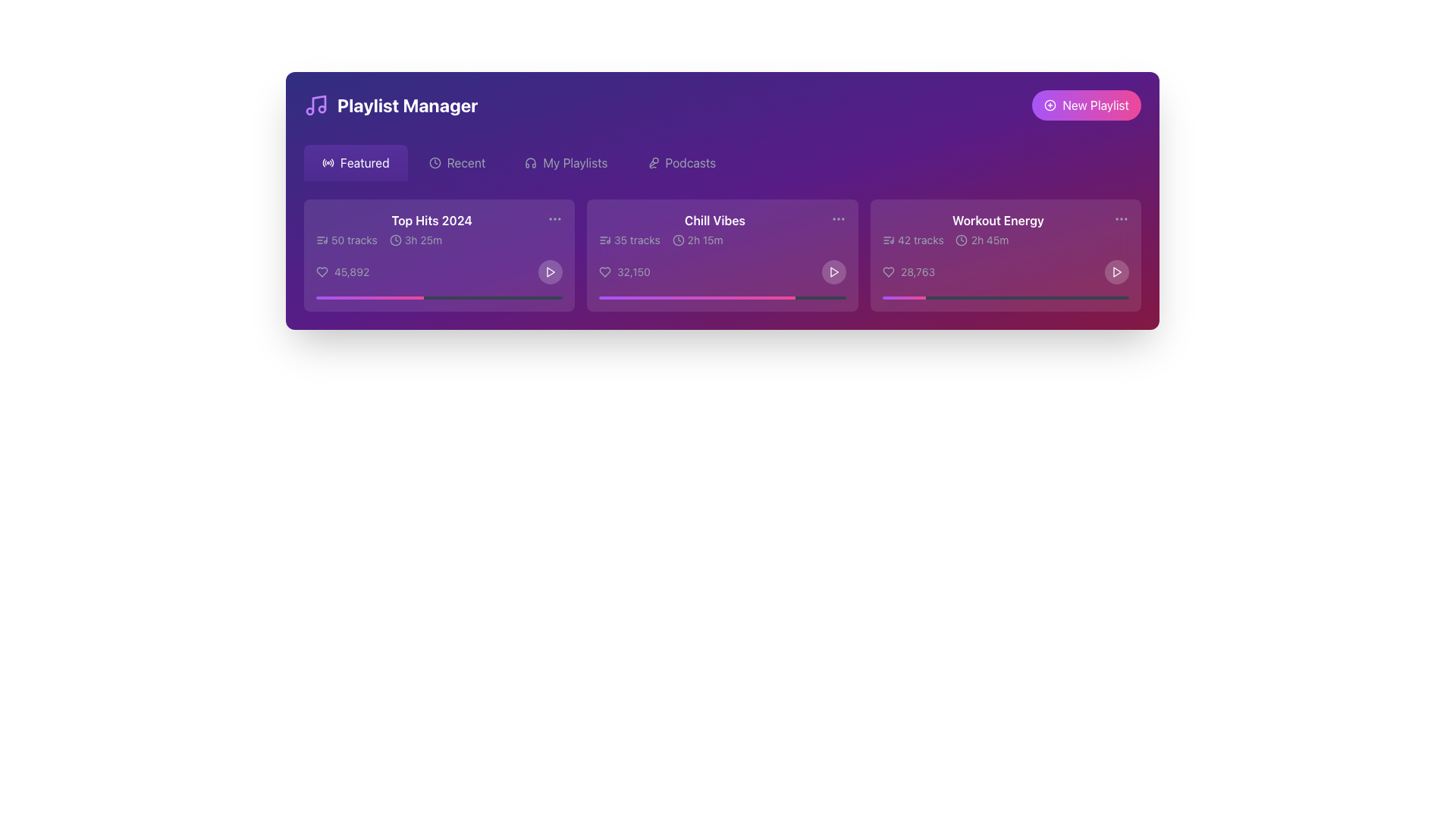  I want to click on the clock icon located to the left of the 'Recent' text in the secondary navigation bar, so click(434, 163).